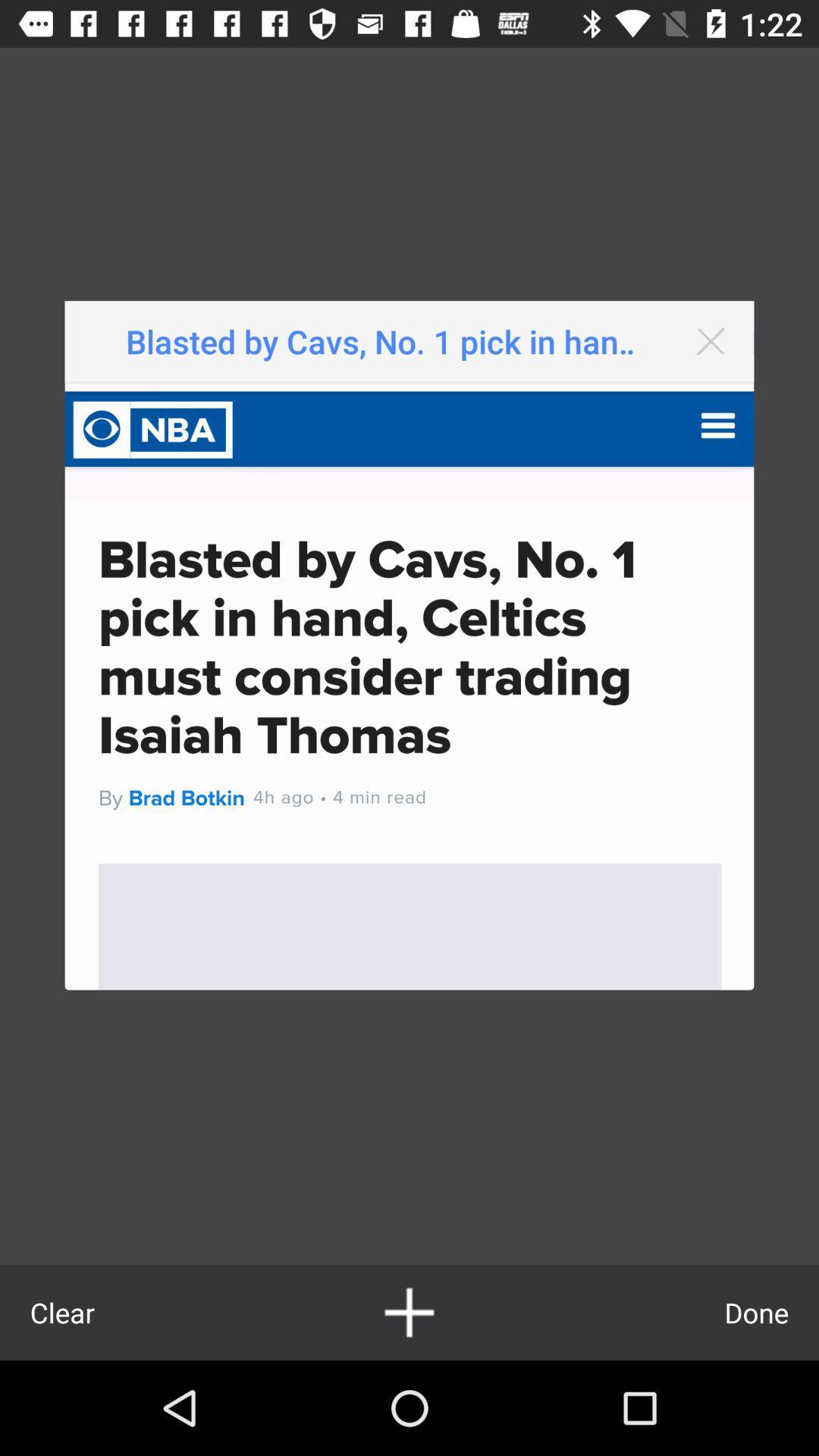  What do you see at coordinates (409, 1312) in the screenshot?
I see `article` at bounding box center [409, 1312].